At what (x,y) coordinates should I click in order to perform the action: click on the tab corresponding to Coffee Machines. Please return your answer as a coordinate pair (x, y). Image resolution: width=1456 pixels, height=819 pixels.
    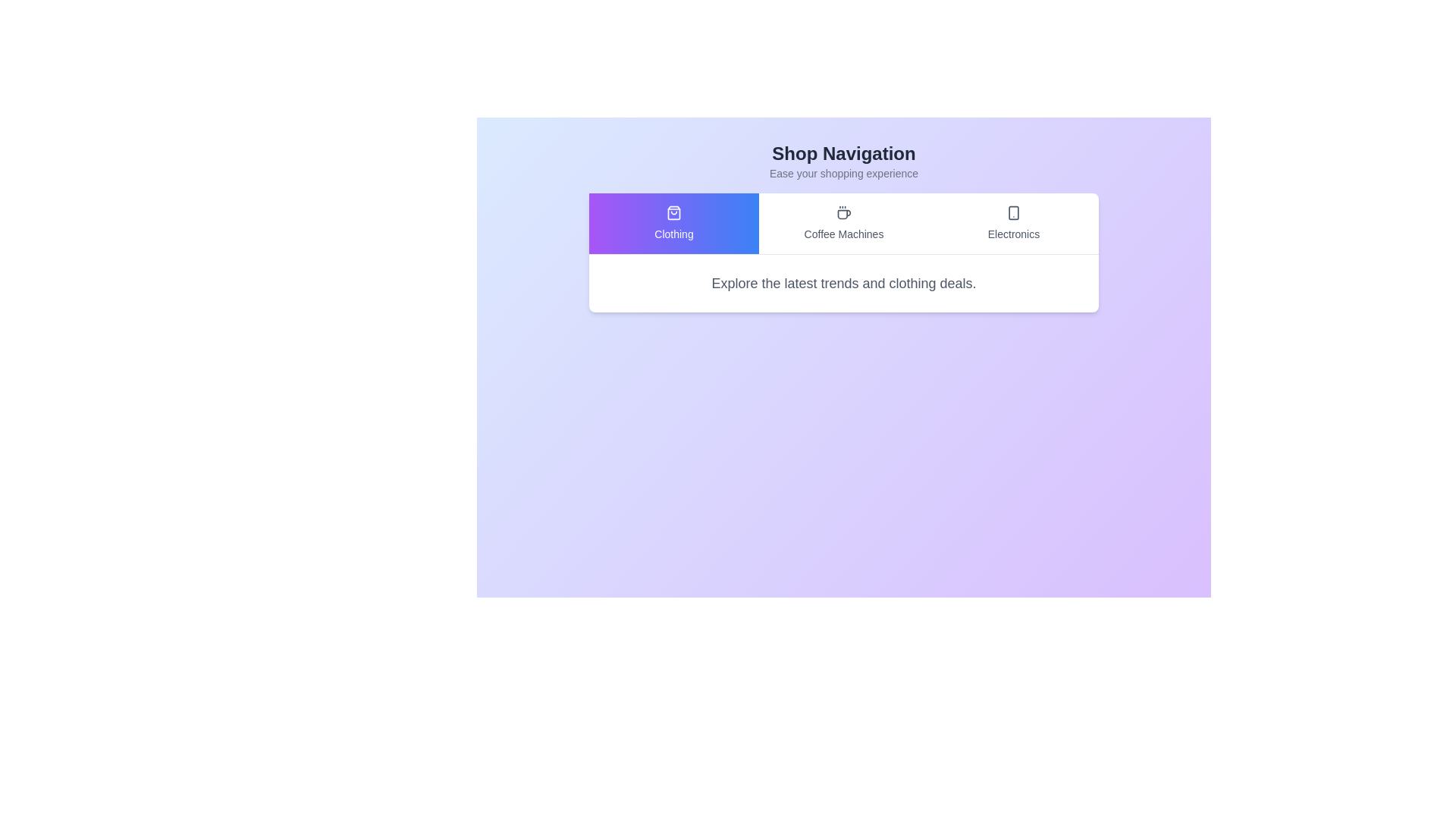
    Looking at the image, I should click on (843, 223).